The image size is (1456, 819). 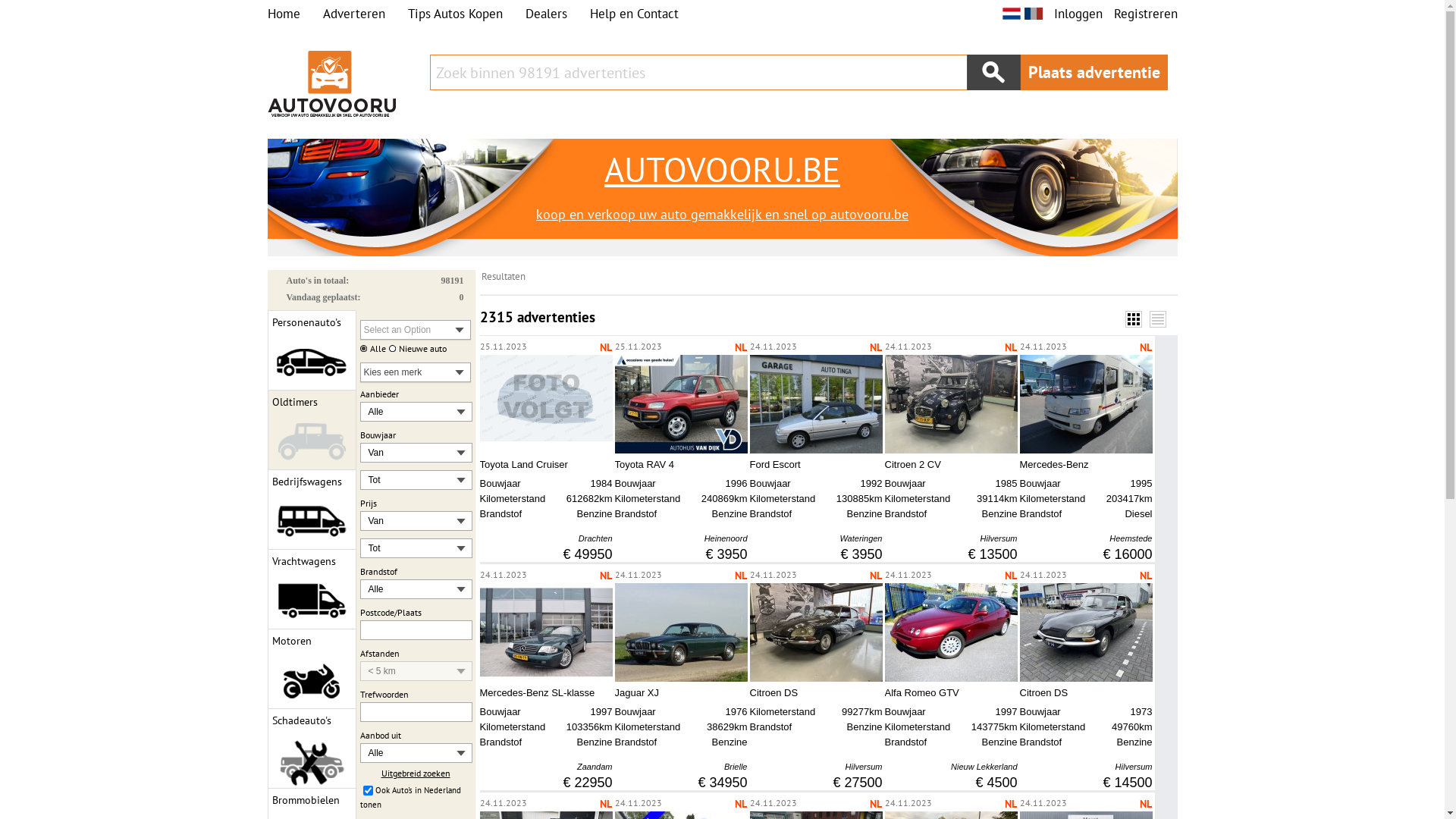 What do you see at coordinates (405, 548) in the screenshot?
I see `'Tot'` at bounding box center [405, 548].